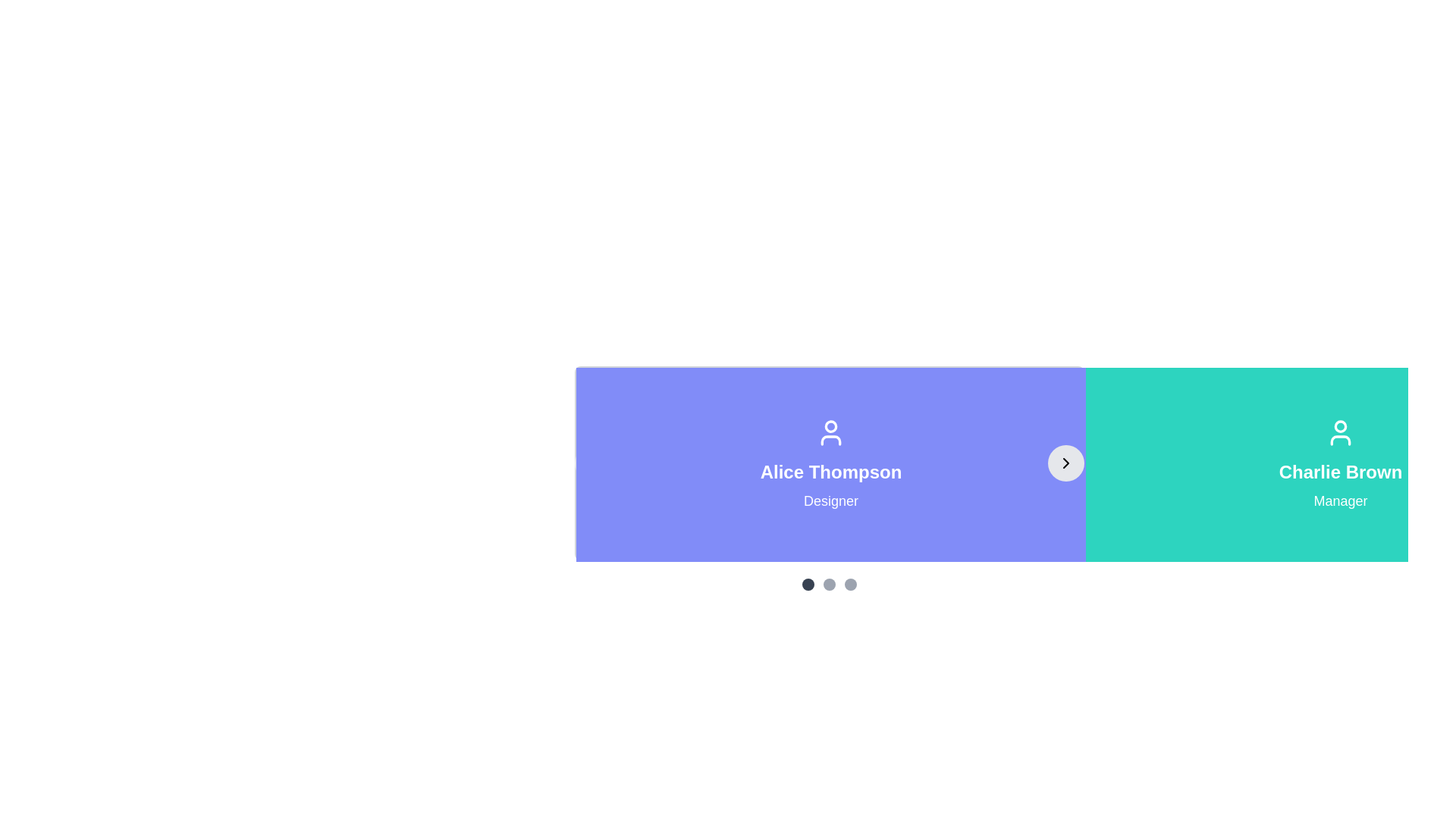 This screenshot has width=1456, height=819. I want to click on the profile icon representing 'Charlie Brown', located at the top-right section of a turquoise-colored rectangular card, so click(1340, 432).